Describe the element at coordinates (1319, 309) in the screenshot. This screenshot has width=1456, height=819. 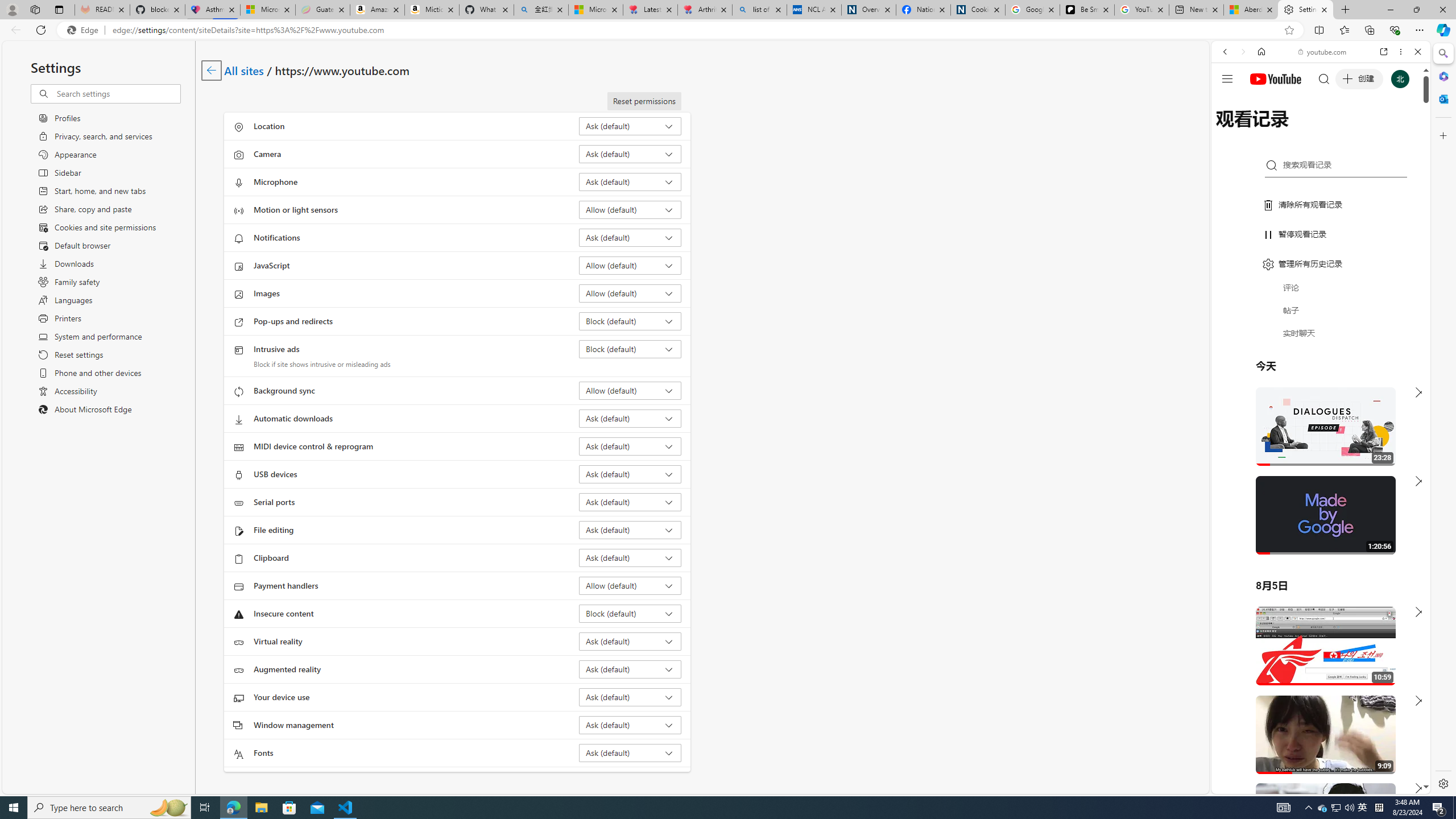
I see `'Music'` at that location.